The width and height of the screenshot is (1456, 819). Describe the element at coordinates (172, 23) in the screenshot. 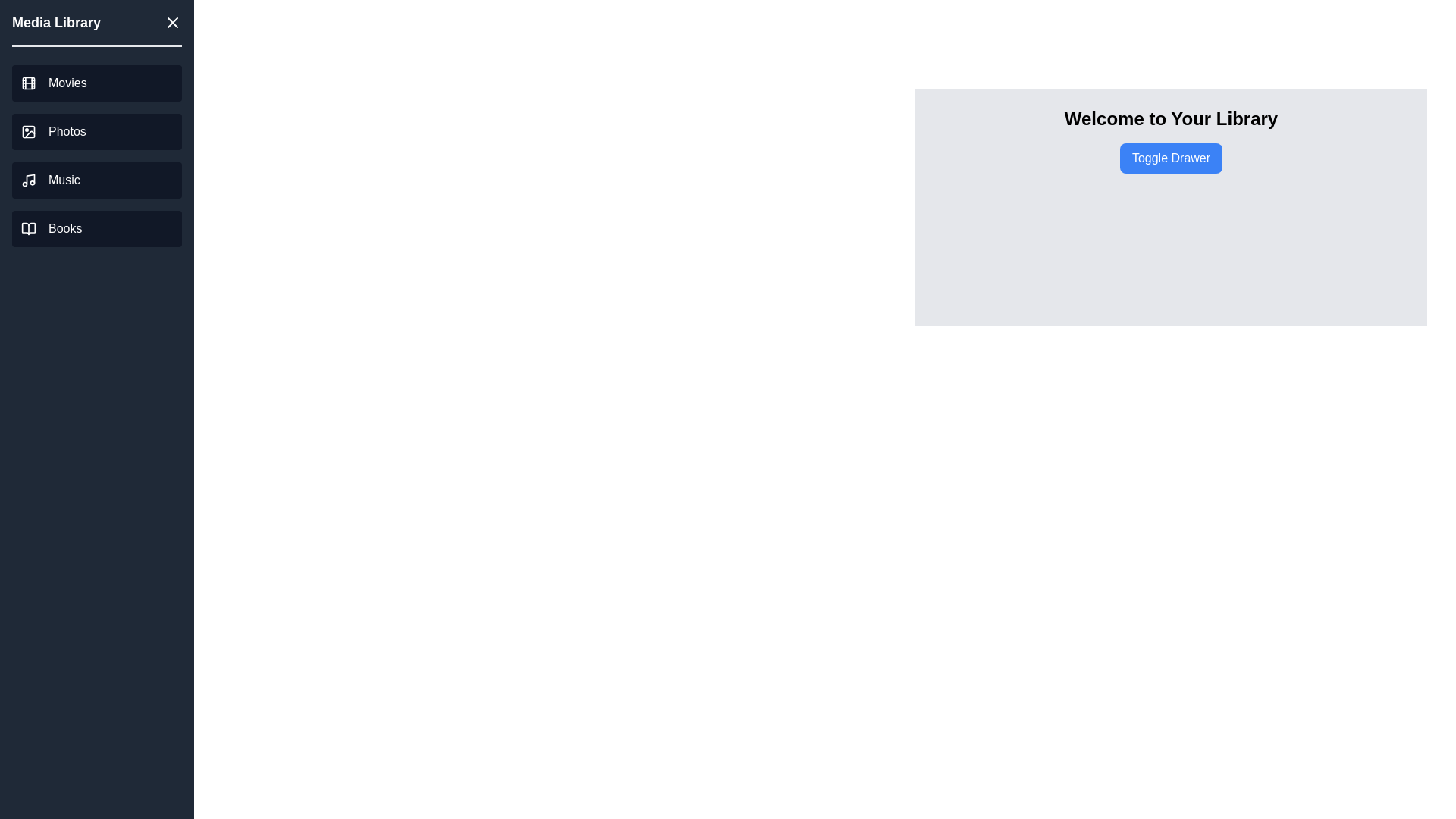

I see `the 'X' button to toggle the drawer visibility` at that location.